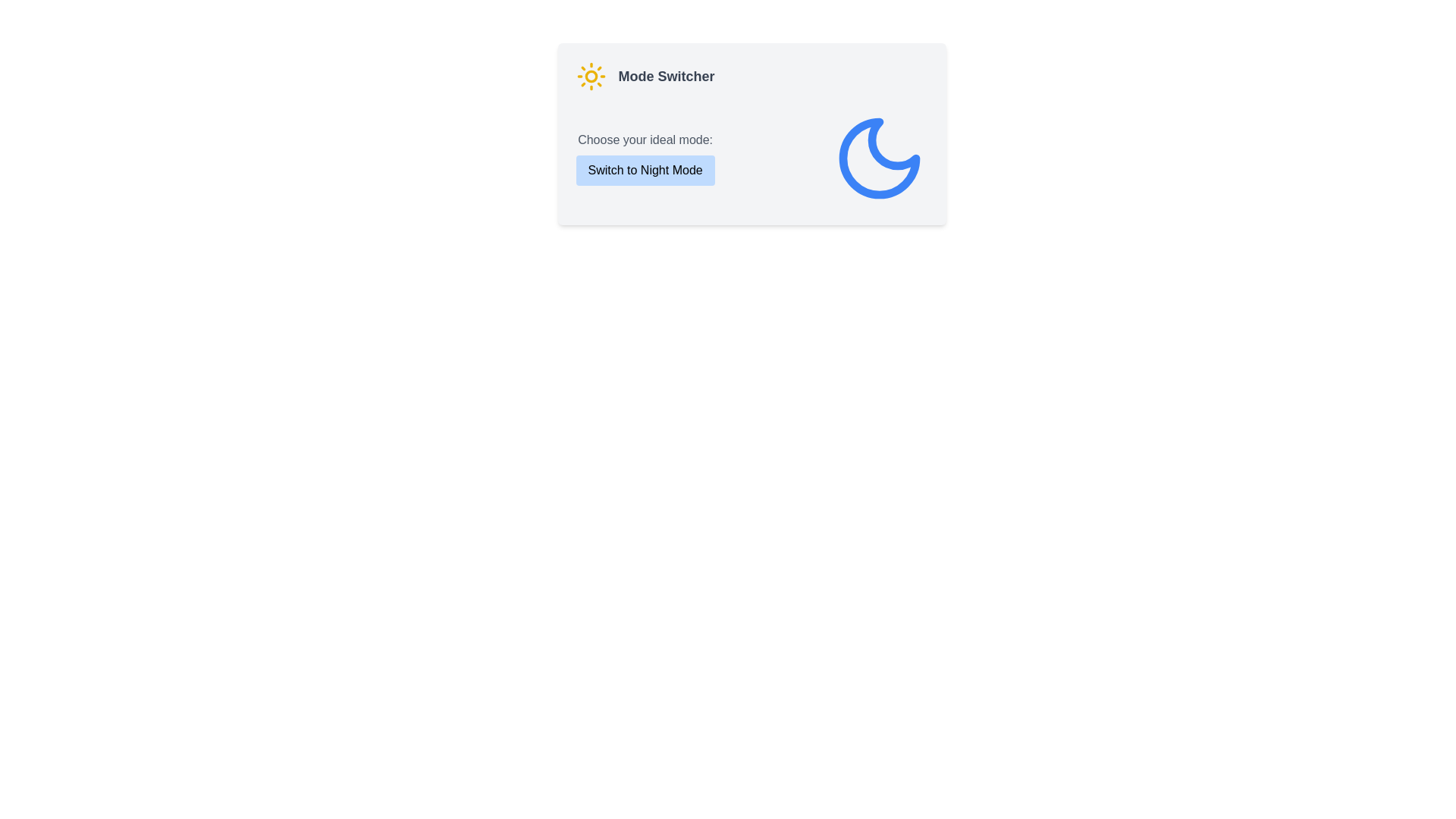 The height and width of the screenshot is (819, 1456). I want to click on the 'Switch to Night Mode' button located within the Composite component that includes the label 'Choose your ideal mode:', so click(645, 158).